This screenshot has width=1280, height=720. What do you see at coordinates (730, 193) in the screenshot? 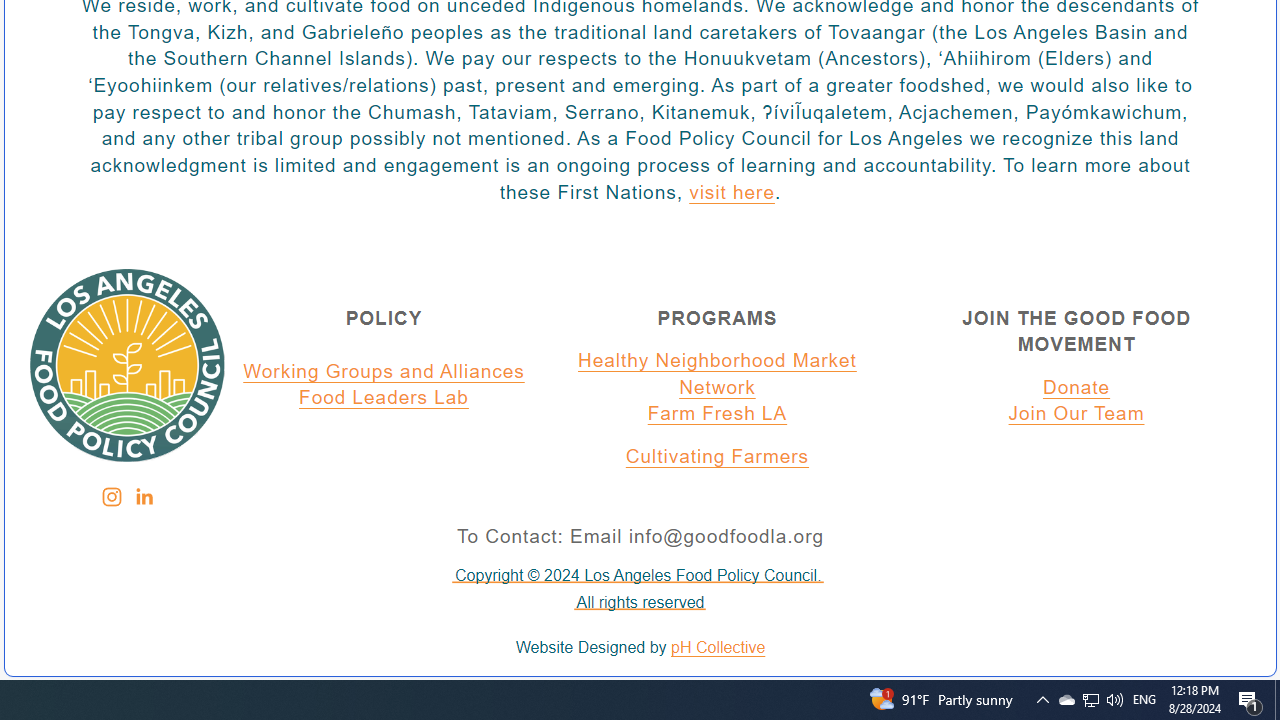
I see `'visit here'` at bounding box center [730, 193].